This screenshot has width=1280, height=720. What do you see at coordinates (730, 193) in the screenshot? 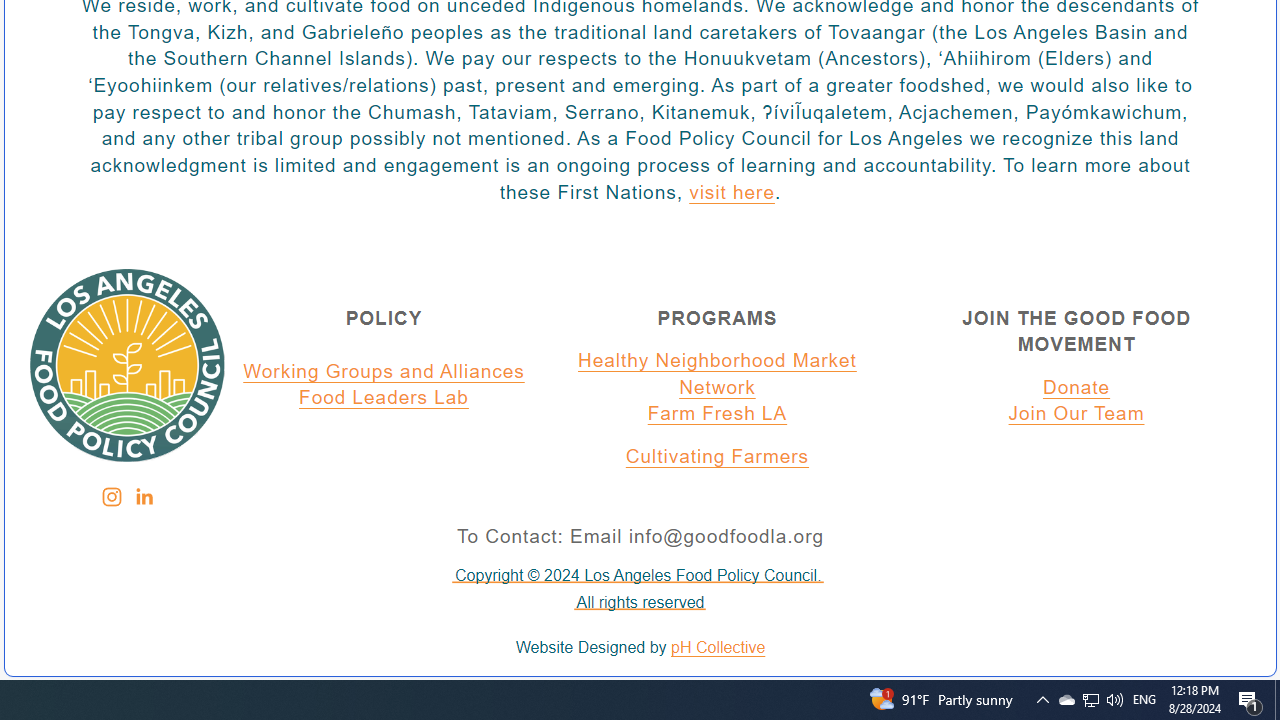
I see `'visit here'` at bounding box center [730, 193].